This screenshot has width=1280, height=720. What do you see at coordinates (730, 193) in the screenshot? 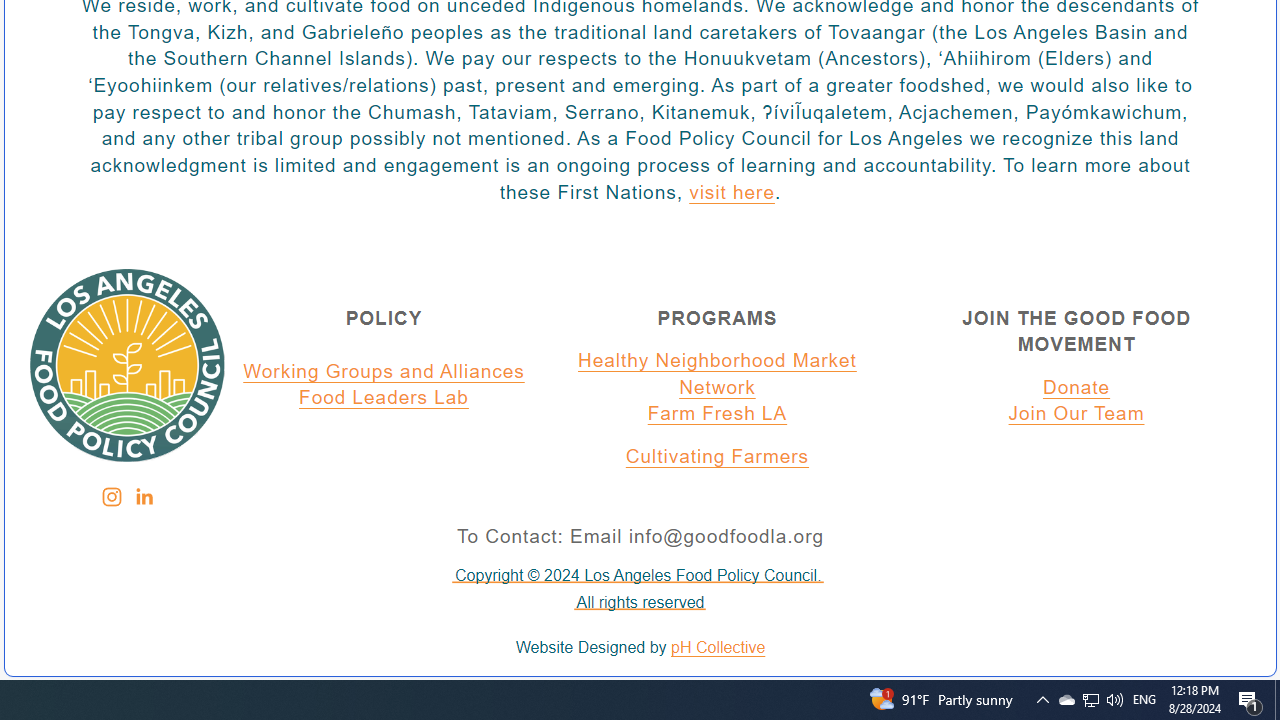
I see `'visit here'` at bounding box center [730, 193].